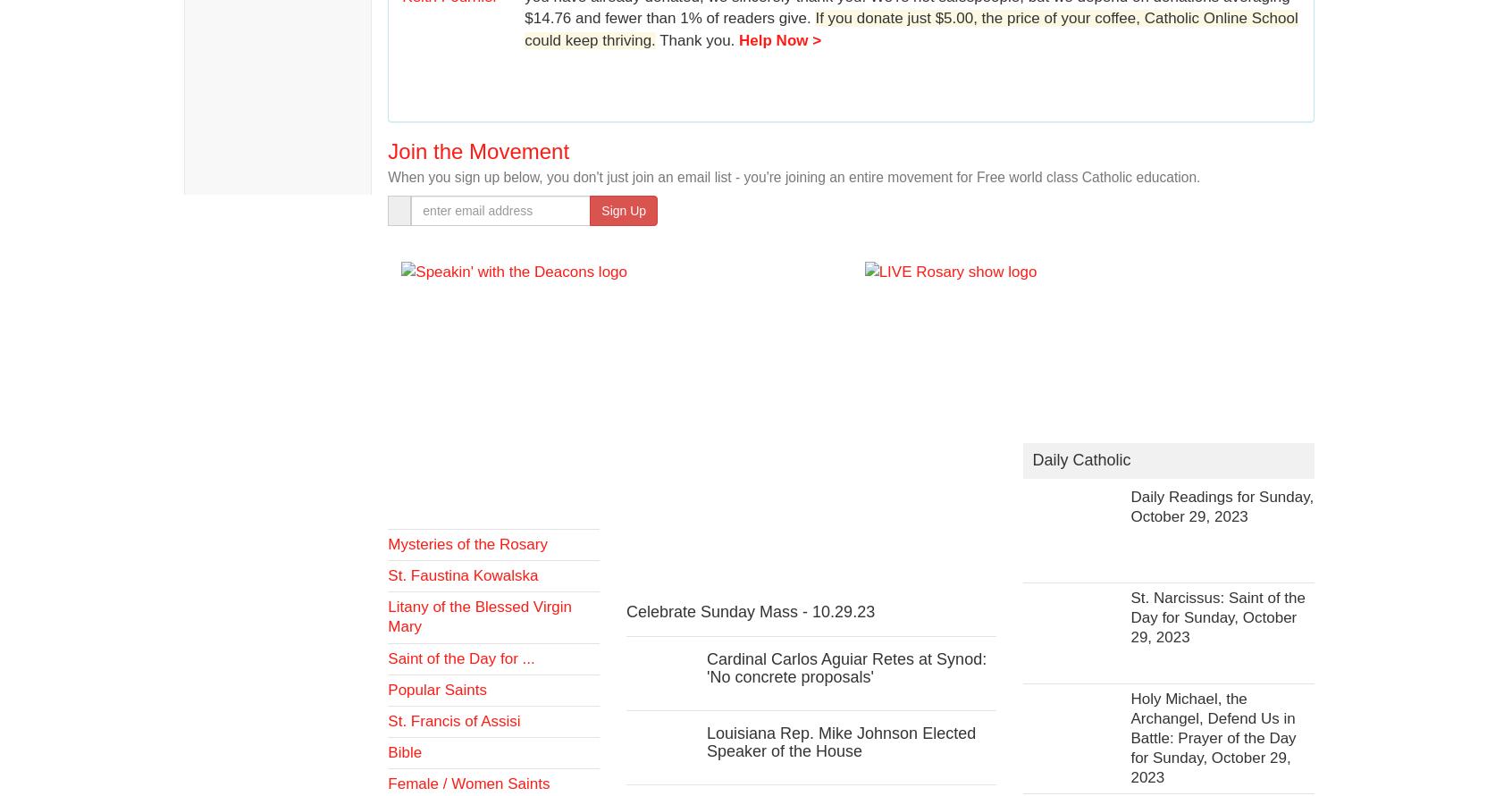 Image resolution: width=1512 pixels, height=796 pixels. What do you see at coordinates (1218, 616) in the screenshot?
I see `'St. Narcissus: Saint of the Day for Sunday, October 29, 2023'` at bounding box center [1218, 616].